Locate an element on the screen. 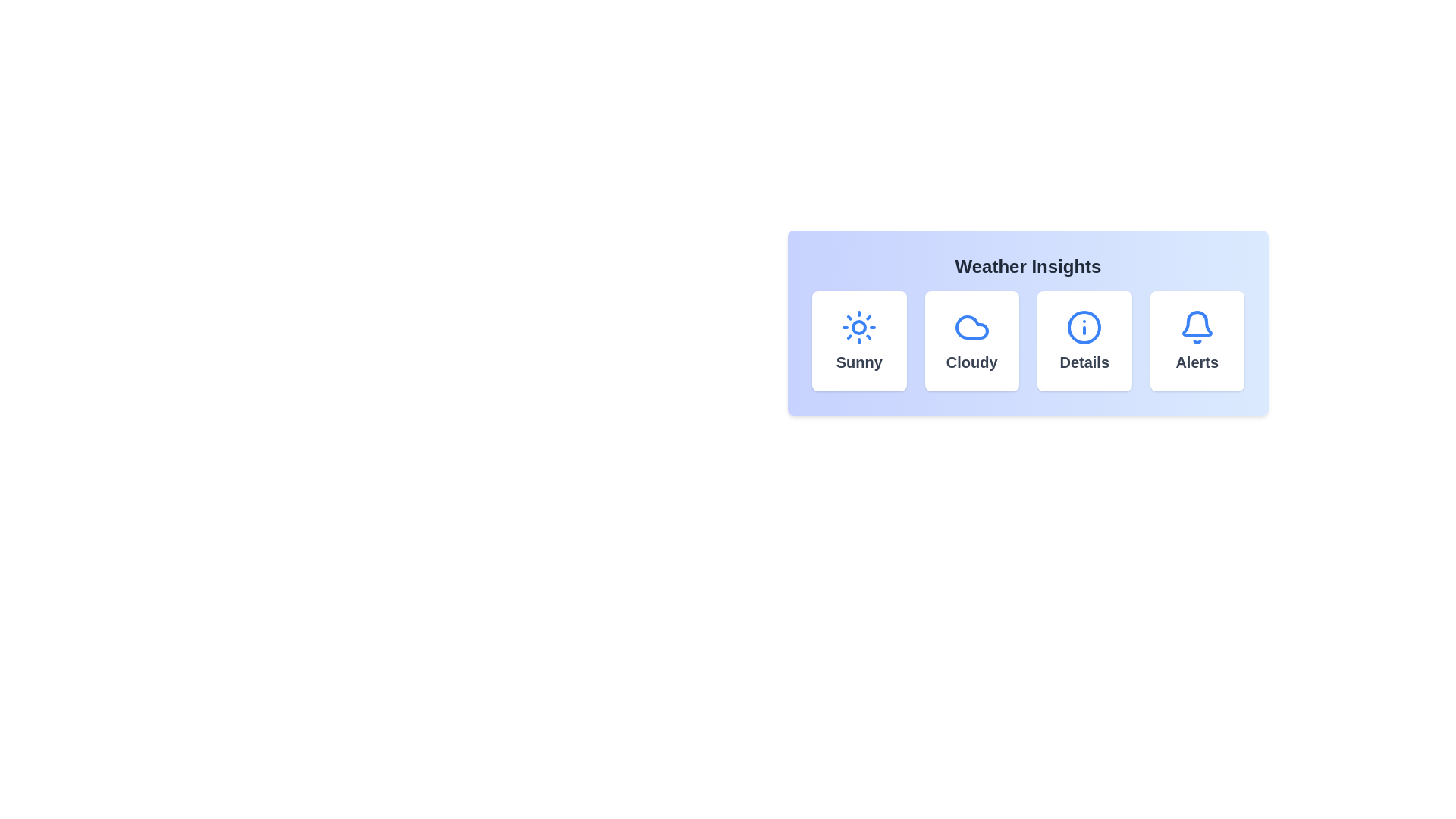 This screenshot has height=819, width=1456. the bell icon labeled 'Alerts' in the top-right portion of the 'Weather Insights' interface is located at coordinates (1196, 323).